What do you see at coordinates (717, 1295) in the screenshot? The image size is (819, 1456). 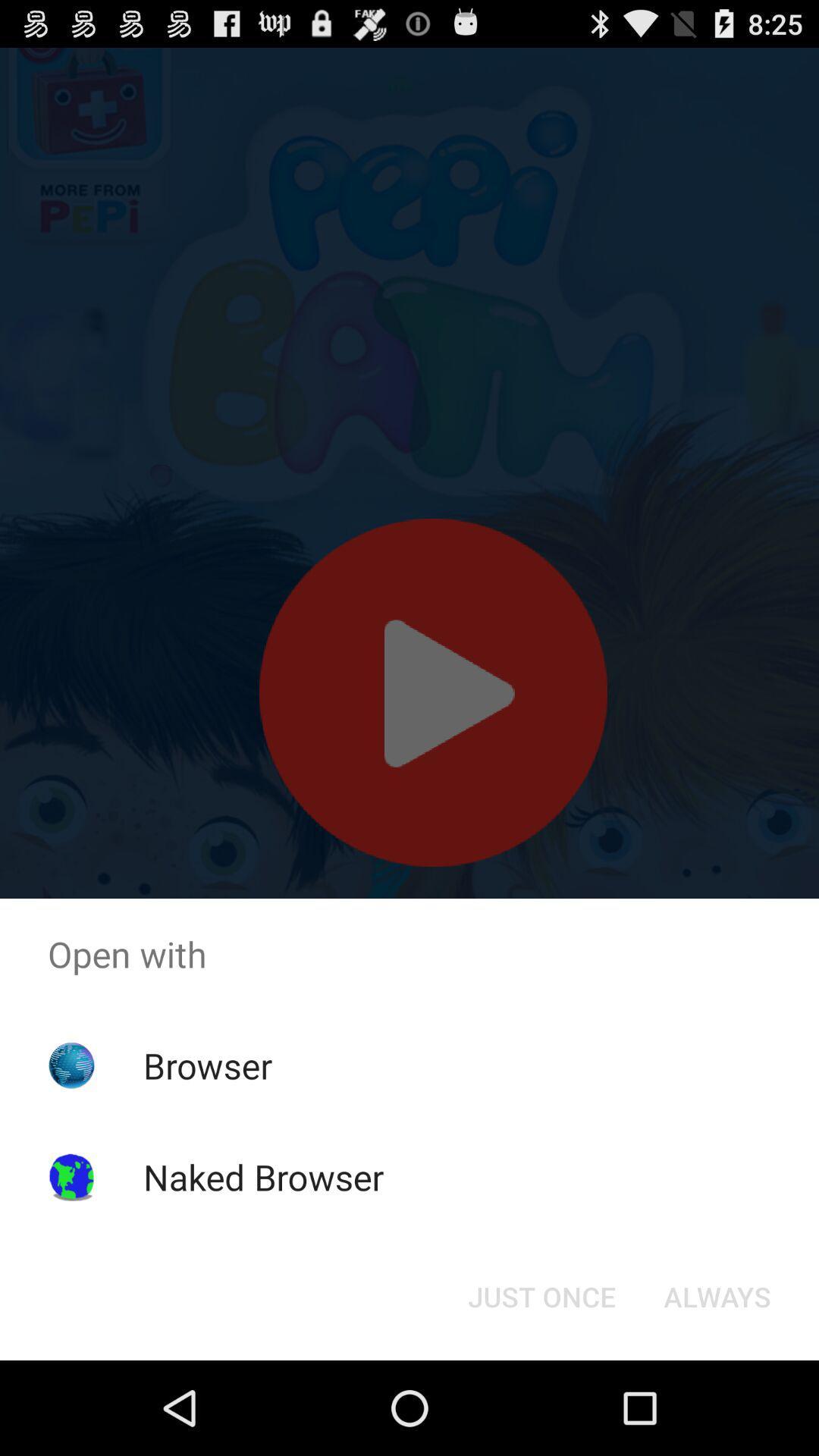 I see `item next to just once` at bounding box center [717, 1295].